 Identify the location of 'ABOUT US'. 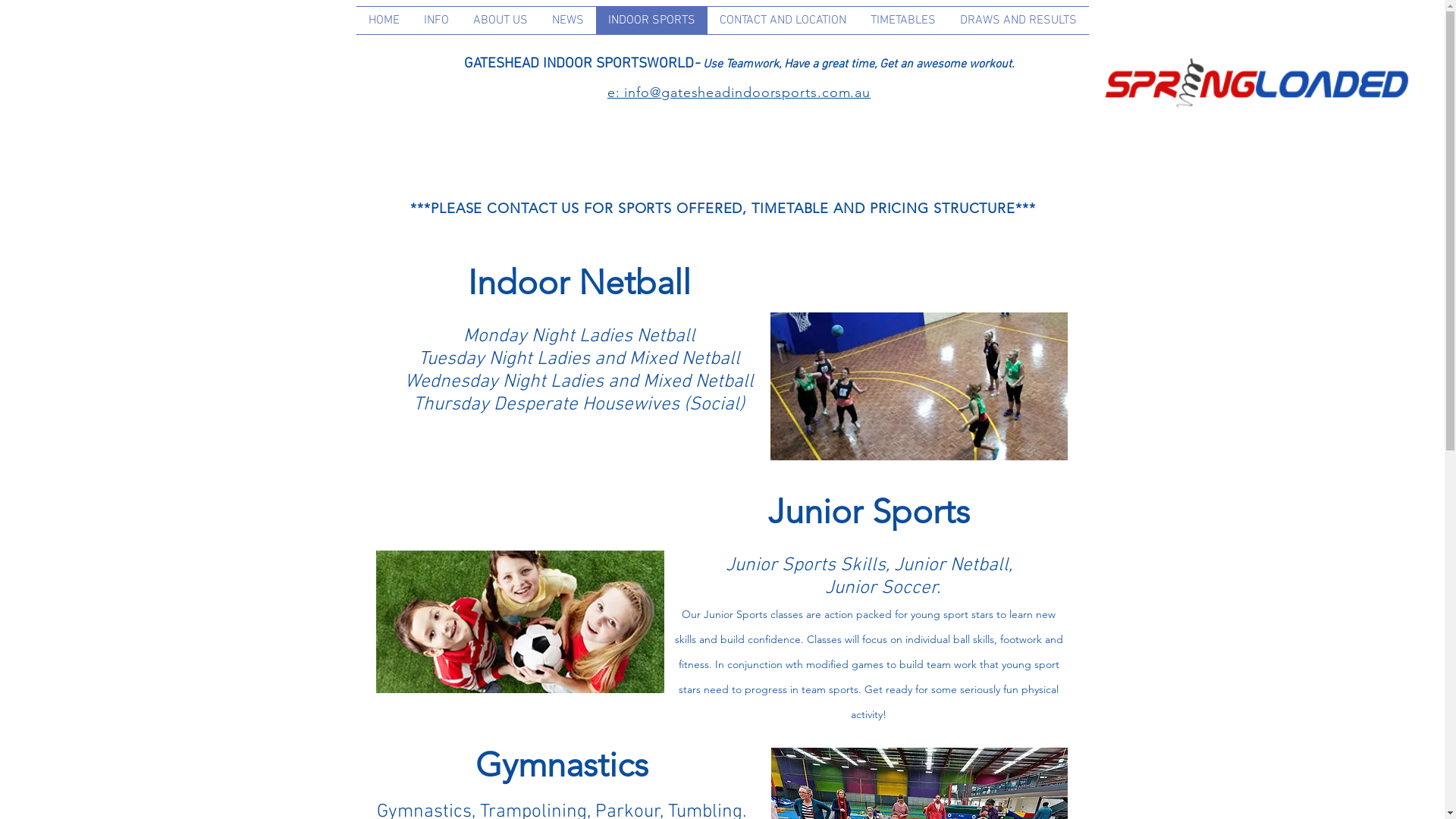
(460, 20).